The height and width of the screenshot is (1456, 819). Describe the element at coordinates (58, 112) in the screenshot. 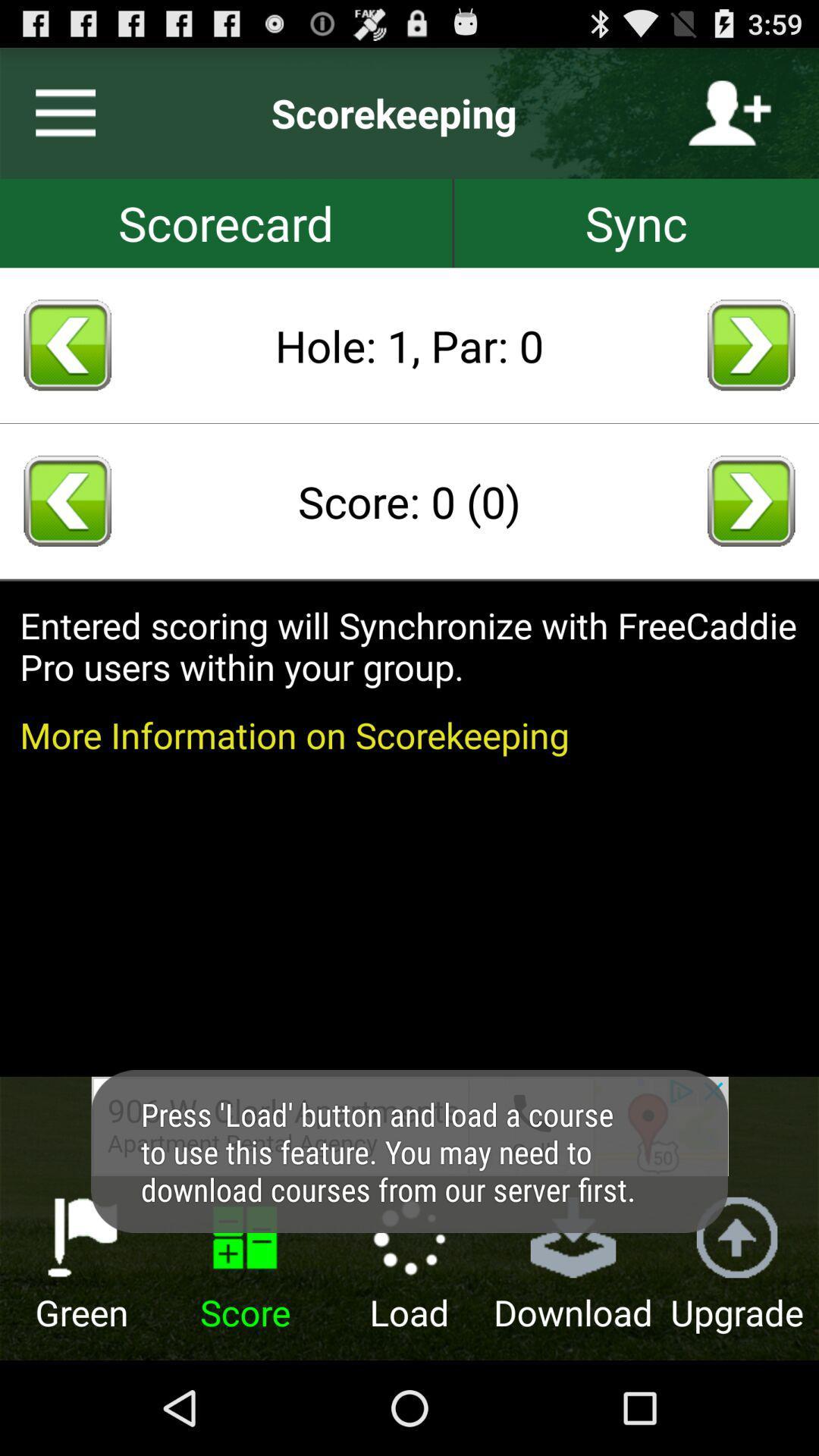

I see `menu` at that location.